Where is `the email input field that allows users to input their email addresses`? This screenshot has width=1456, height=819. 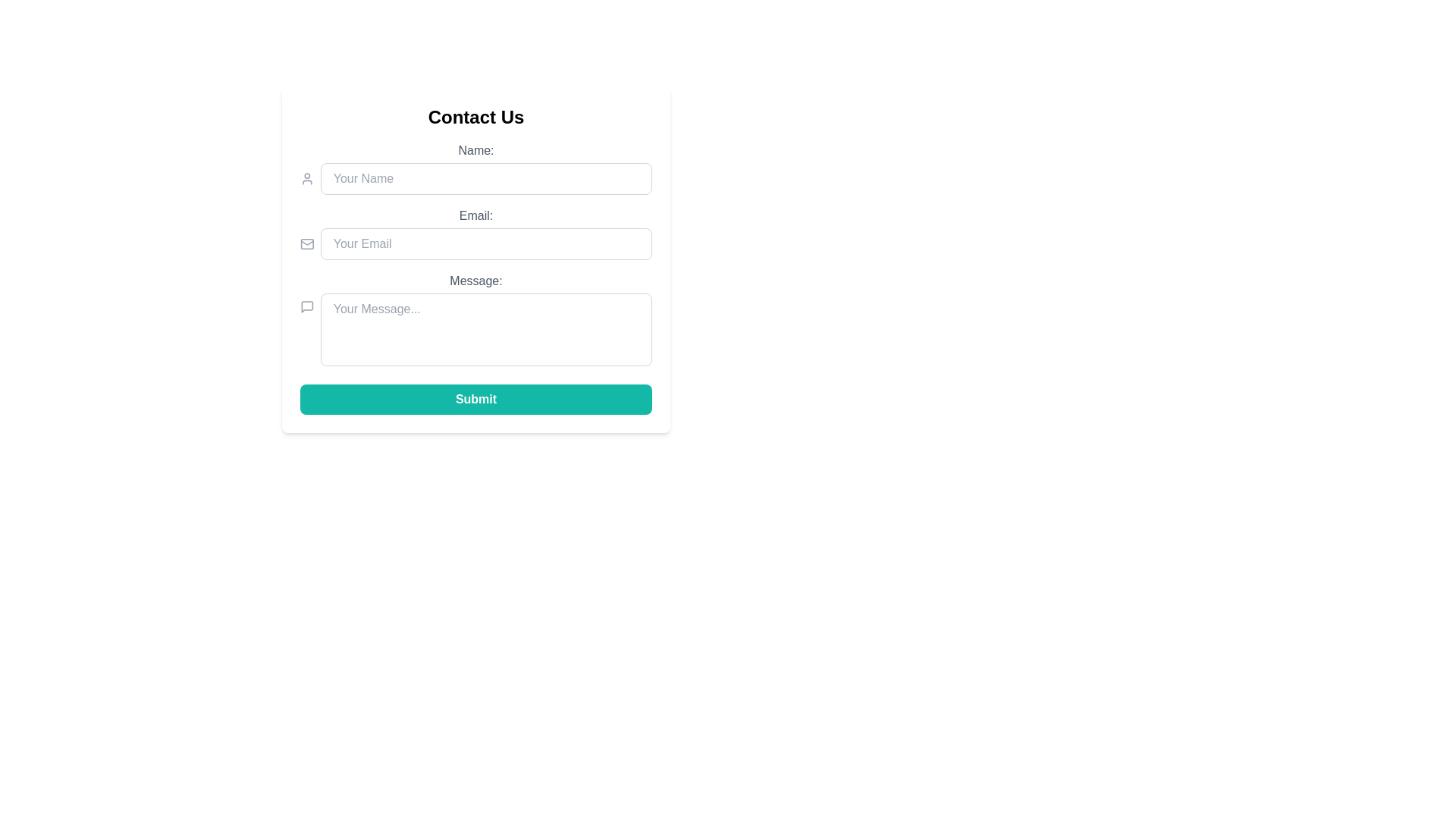
the email input field that allows users to input their email addresses is located at coordinates (486, 243).